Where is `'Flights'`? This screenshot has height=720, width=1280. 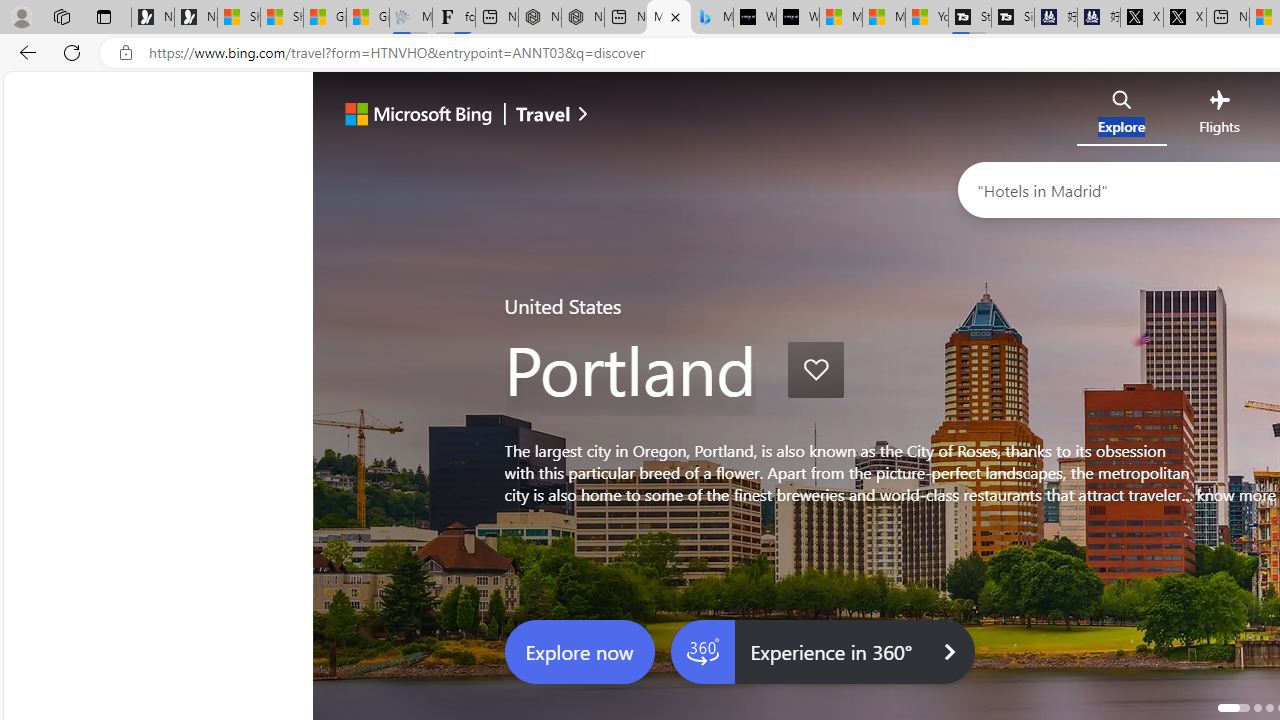 'Flights' is located at coordinates (1218, 117).